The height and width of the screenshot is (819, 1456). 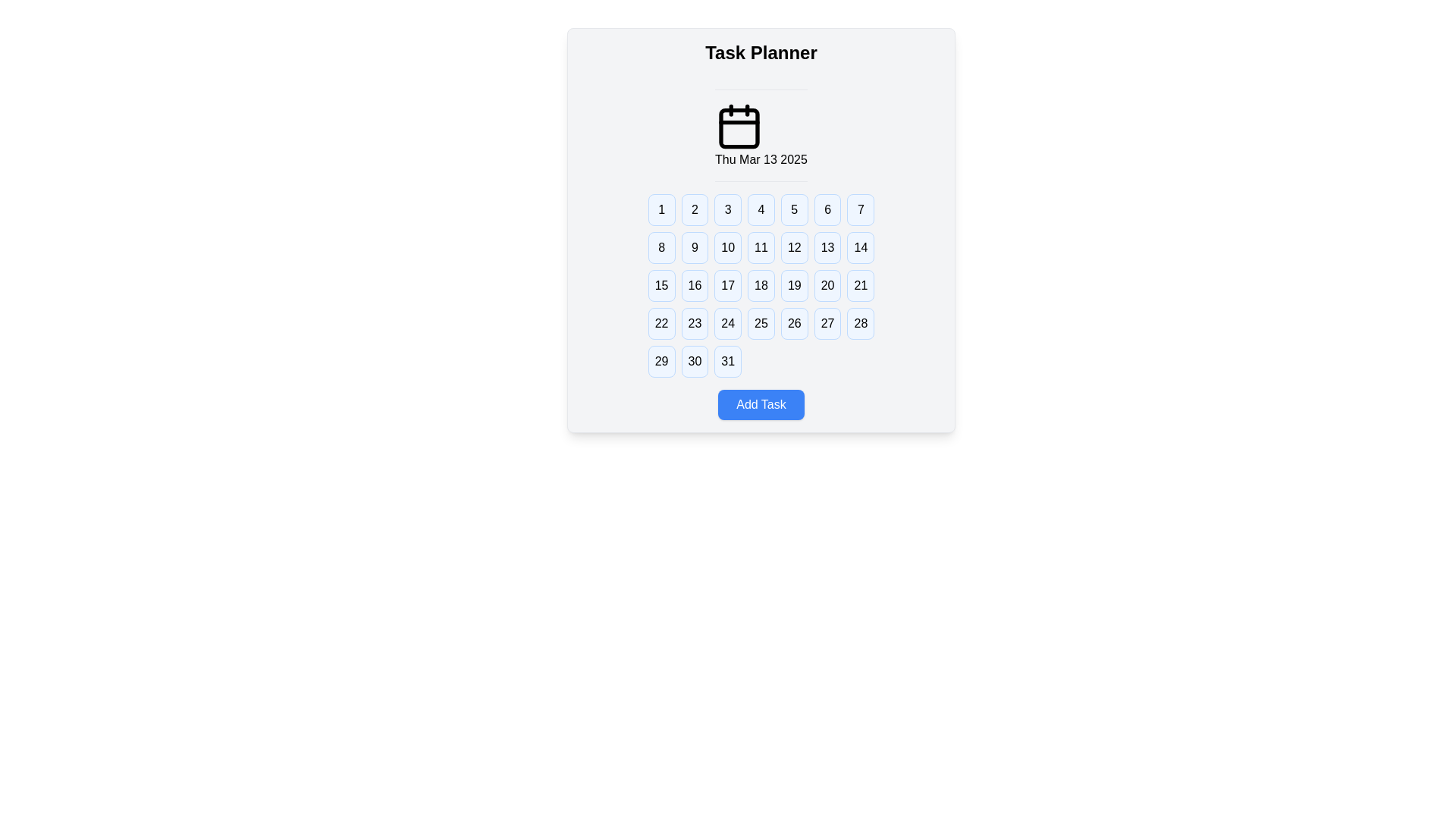 I want to click on the first selectable calendar date element located in the first row and first column of the grid, so click(x=661, y=210).